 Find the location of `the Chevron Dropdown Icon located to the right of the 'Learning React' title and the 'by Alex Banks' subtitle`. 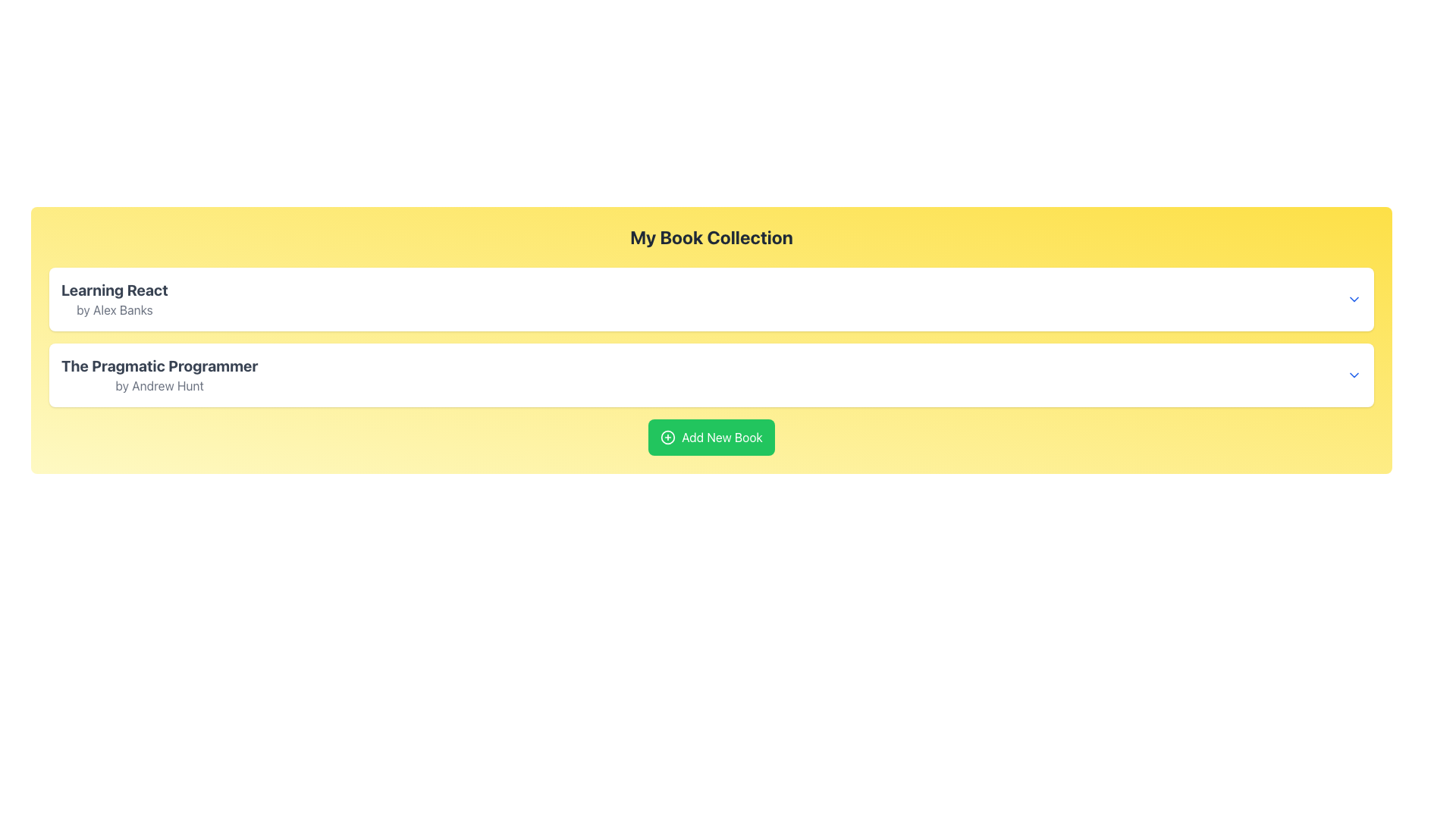

the Chevron Dropdown Icon located to the right of the 'Learning React' title and the 'by Alex Banks' subtitle is located at coordinates (1354, 299).